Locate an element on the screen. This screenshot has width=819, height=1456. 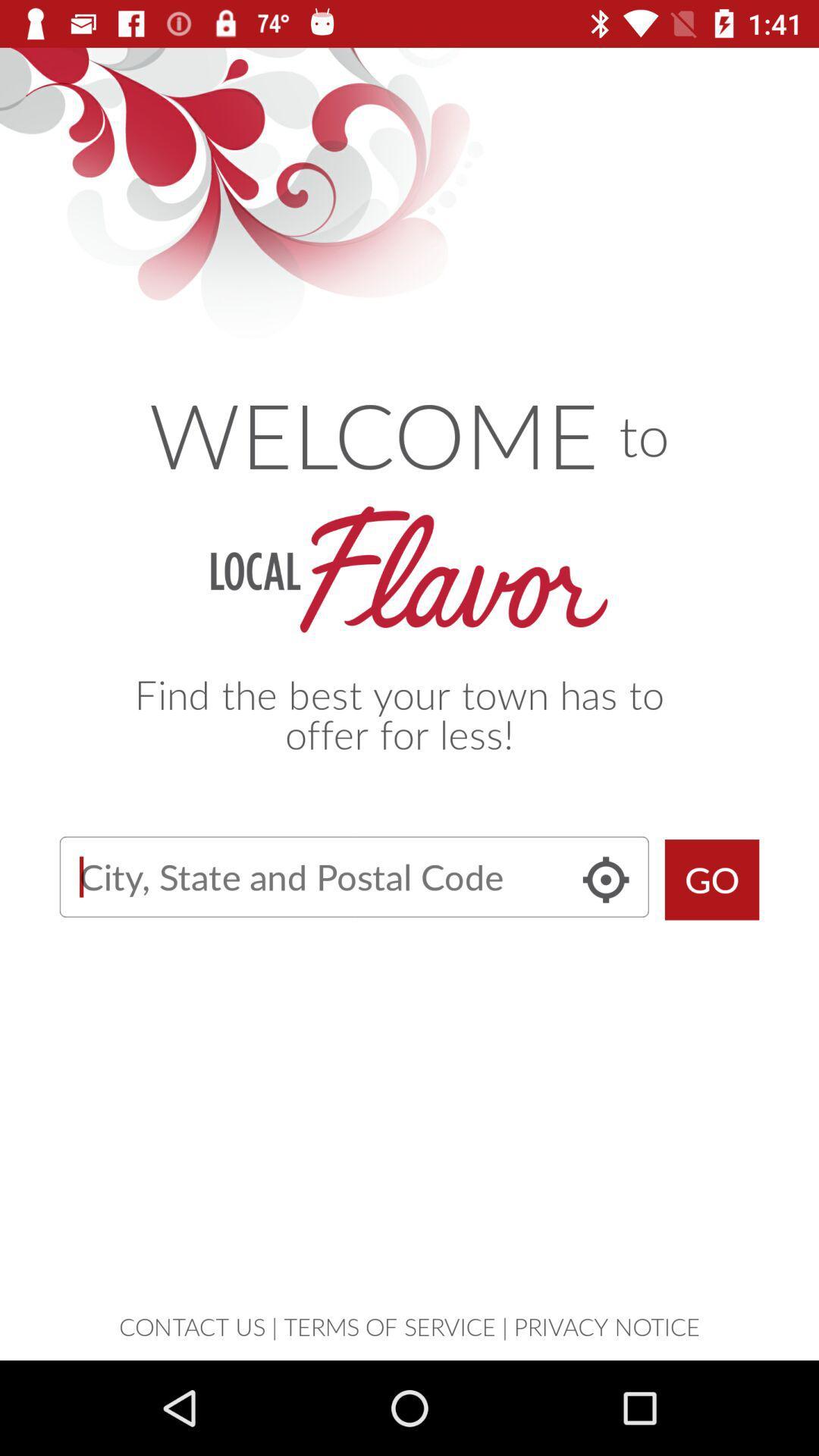
search button search for discount in user 's town is located at coordinates (354, 877).